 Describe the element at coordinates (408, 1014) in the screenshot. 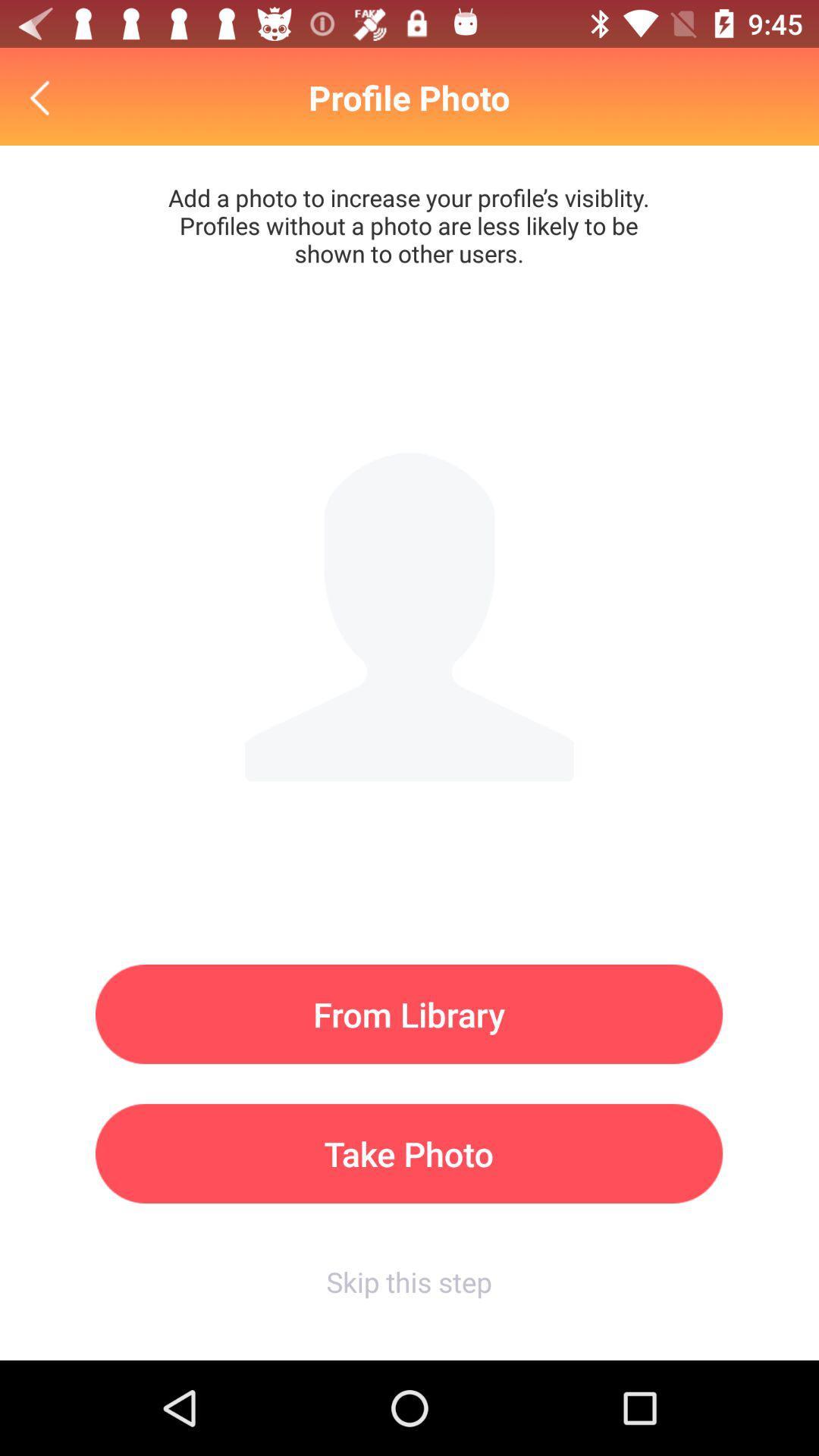

I see `from library` at that location.